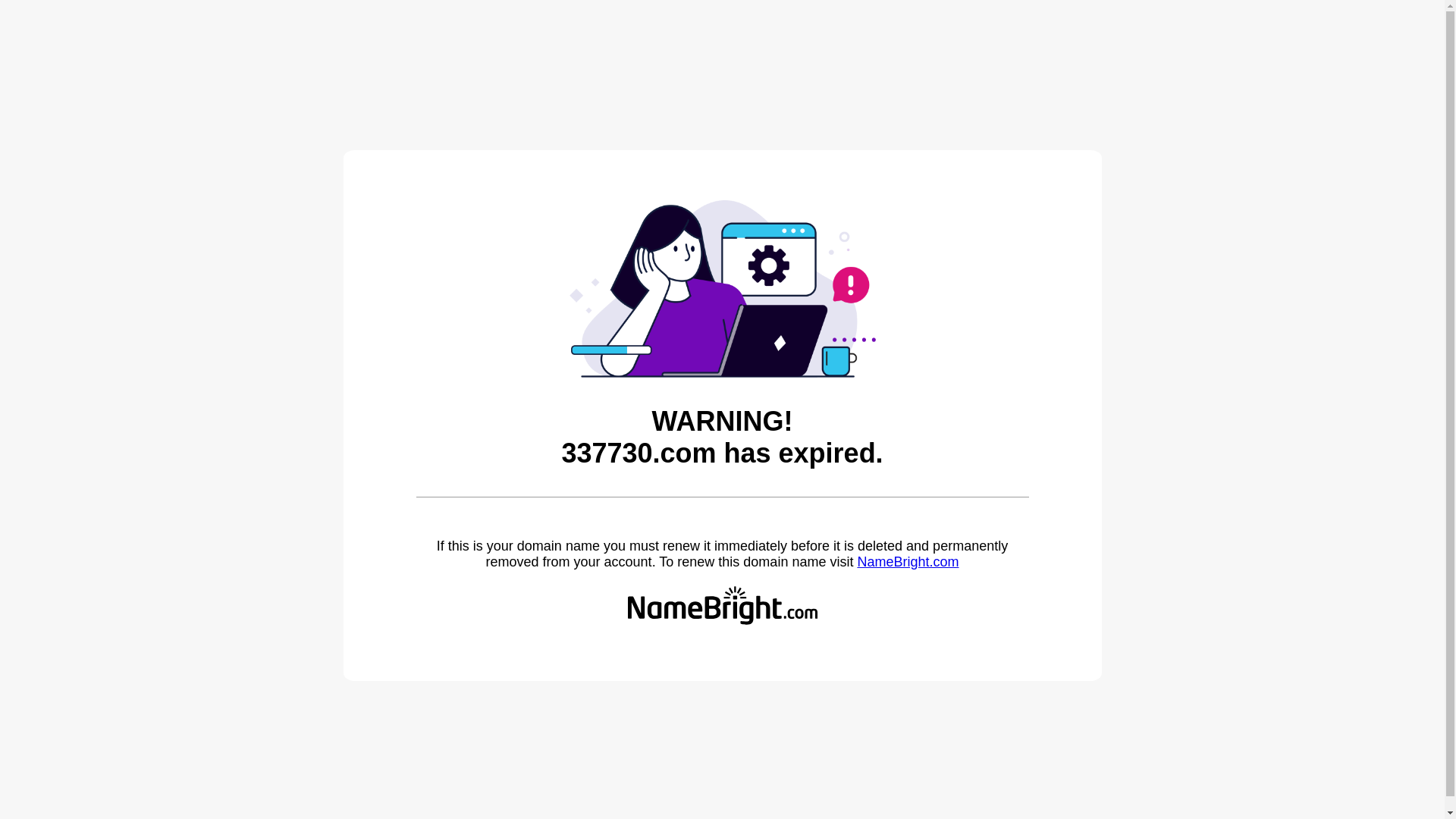 This screenshot has width=1456, height=819. I want to click on 'NameBright.com', so click(907, 561).